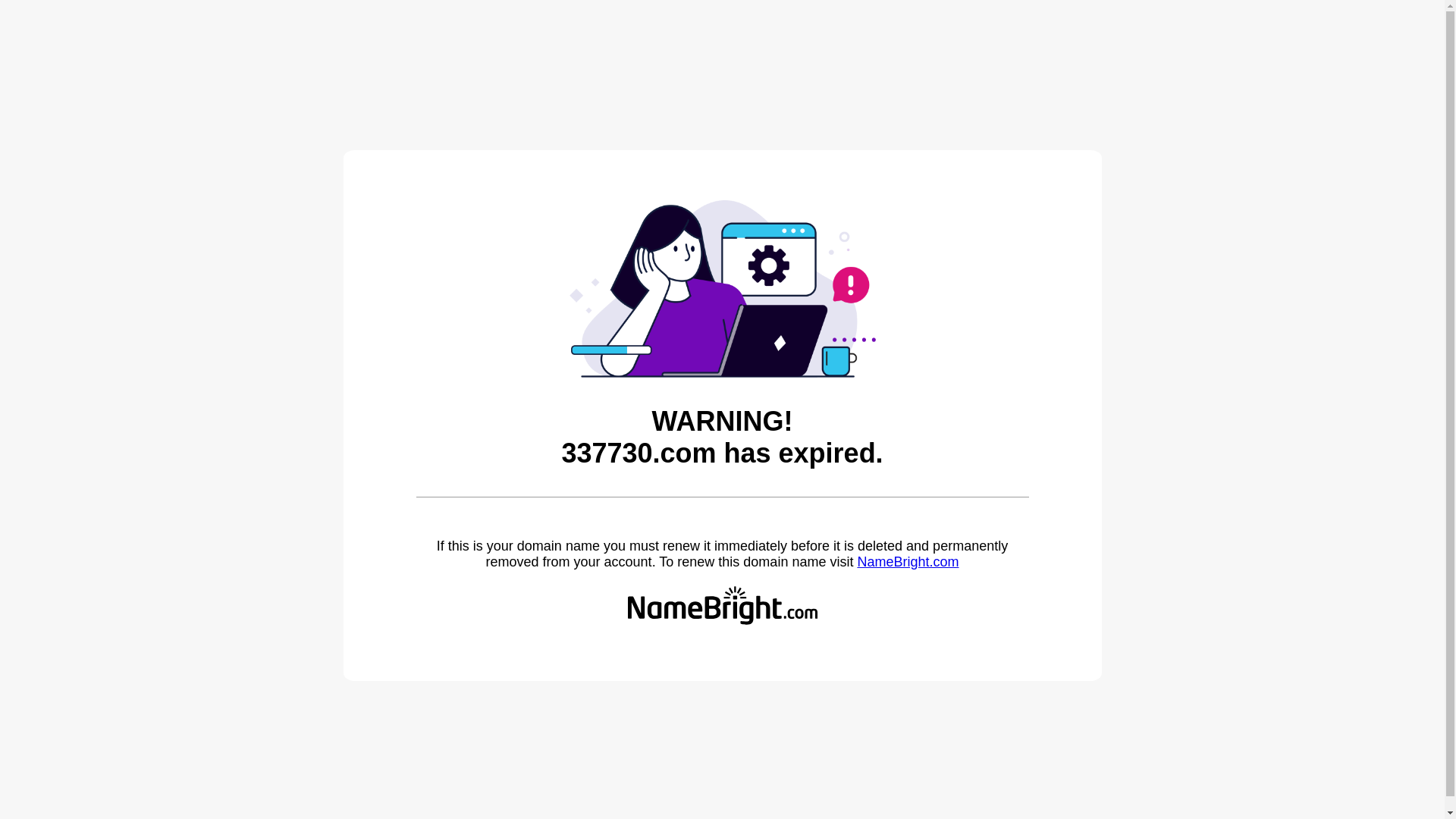 This screenshot has width=1456, height=819. I want to click on 'NameBright.com', so click(907, 561).